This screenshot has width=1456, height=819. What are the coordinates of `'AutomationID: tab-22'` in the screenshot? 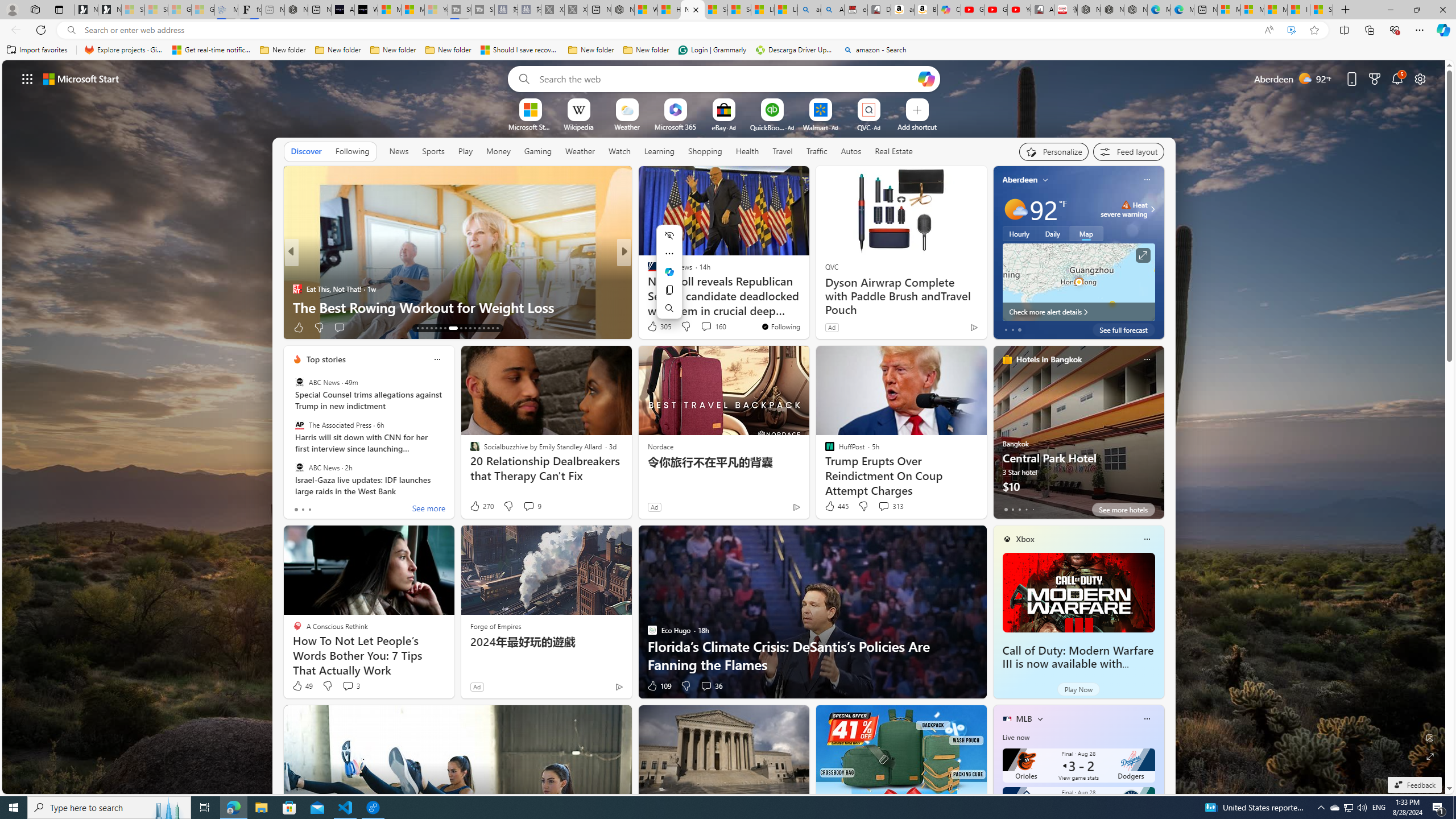 It's located at (464, 328).